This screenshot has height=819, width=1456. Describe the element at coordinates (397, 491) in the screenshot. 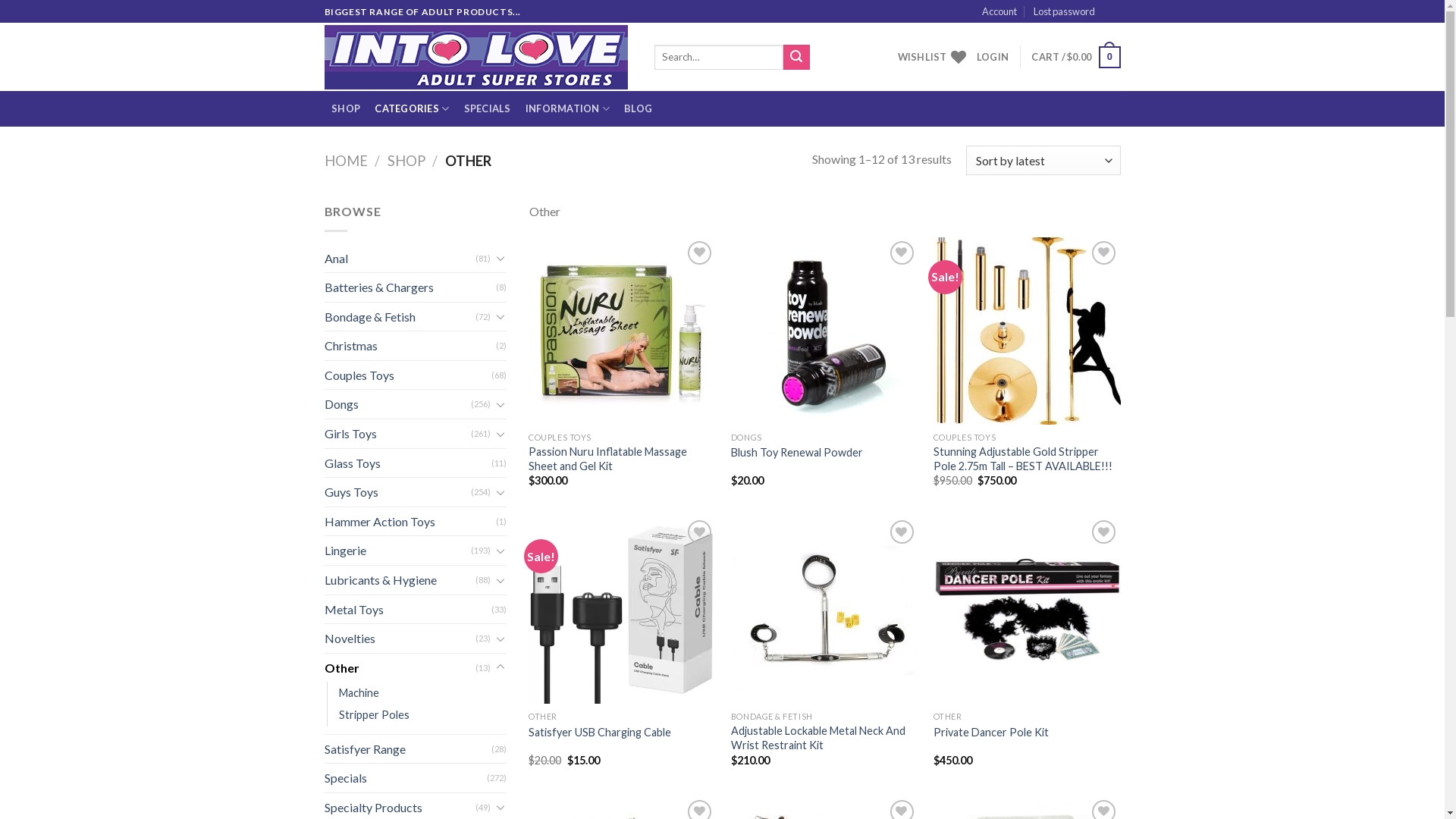

I see `'Guys Toys'` at that location.